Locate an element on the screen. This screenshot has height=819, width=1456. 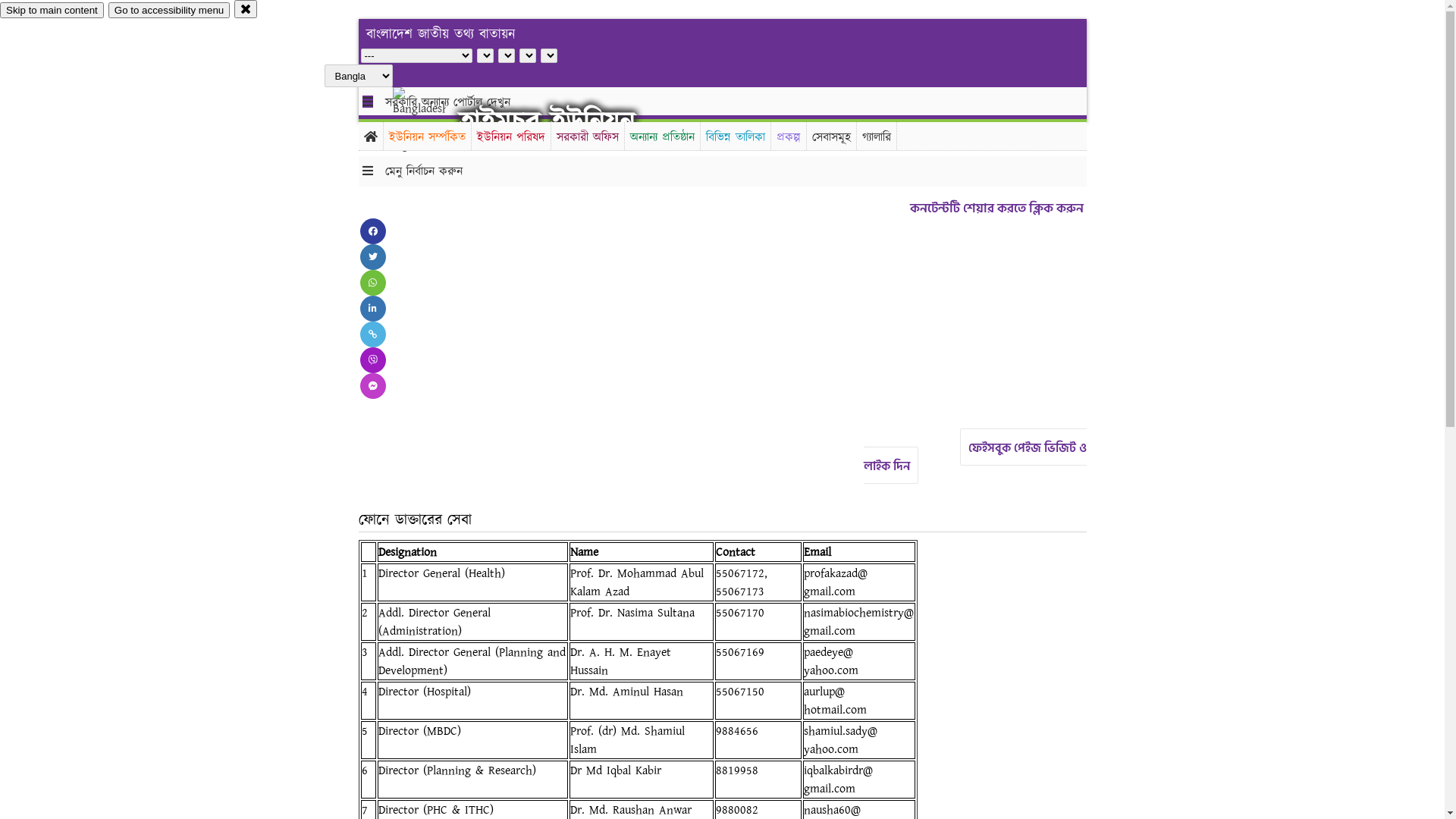
' is located at coordinates (393, 119).